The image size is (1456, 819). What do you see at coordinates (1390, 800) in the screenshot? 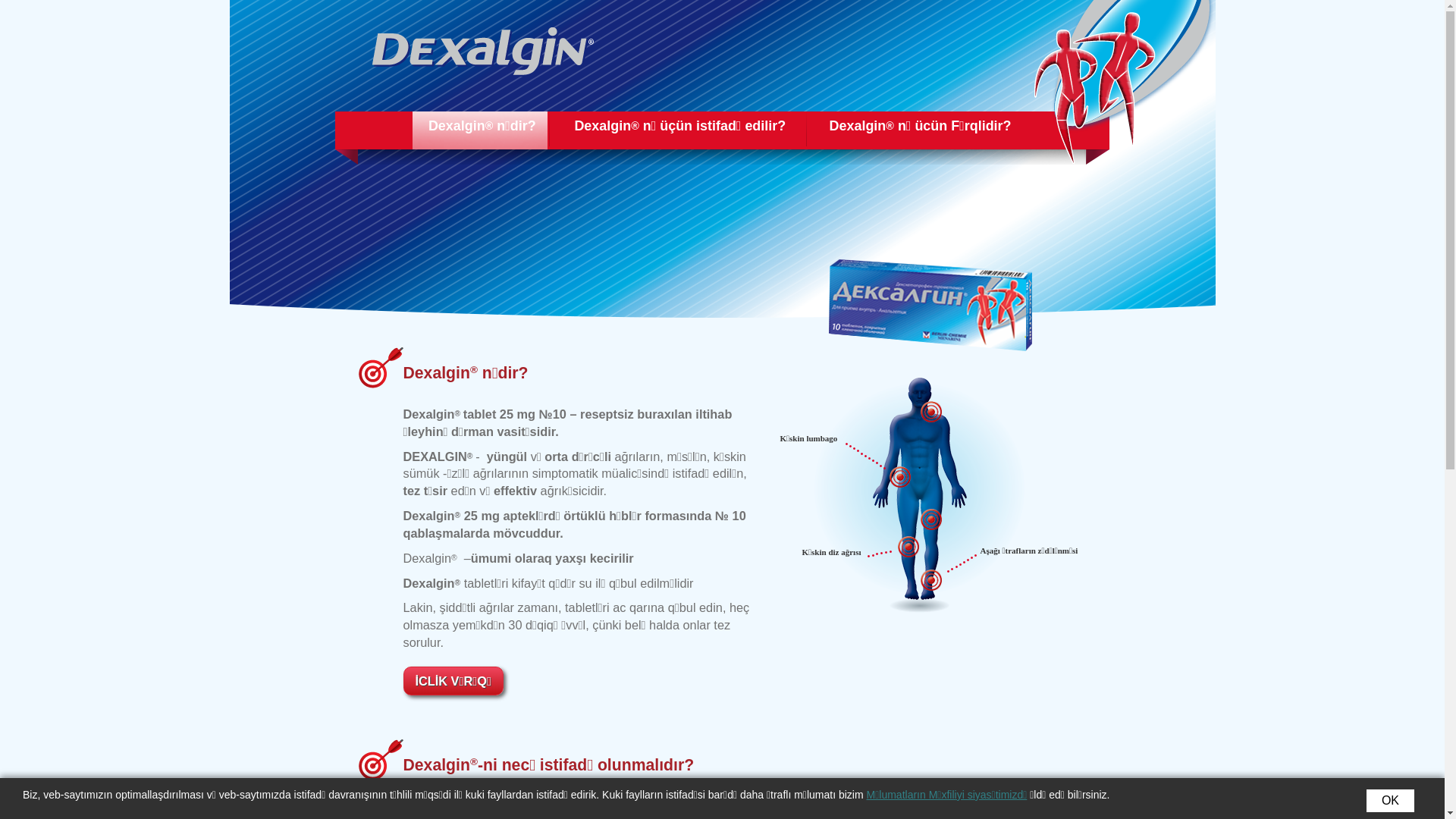
I see `'OK'` at bounding box center [1390, 800].